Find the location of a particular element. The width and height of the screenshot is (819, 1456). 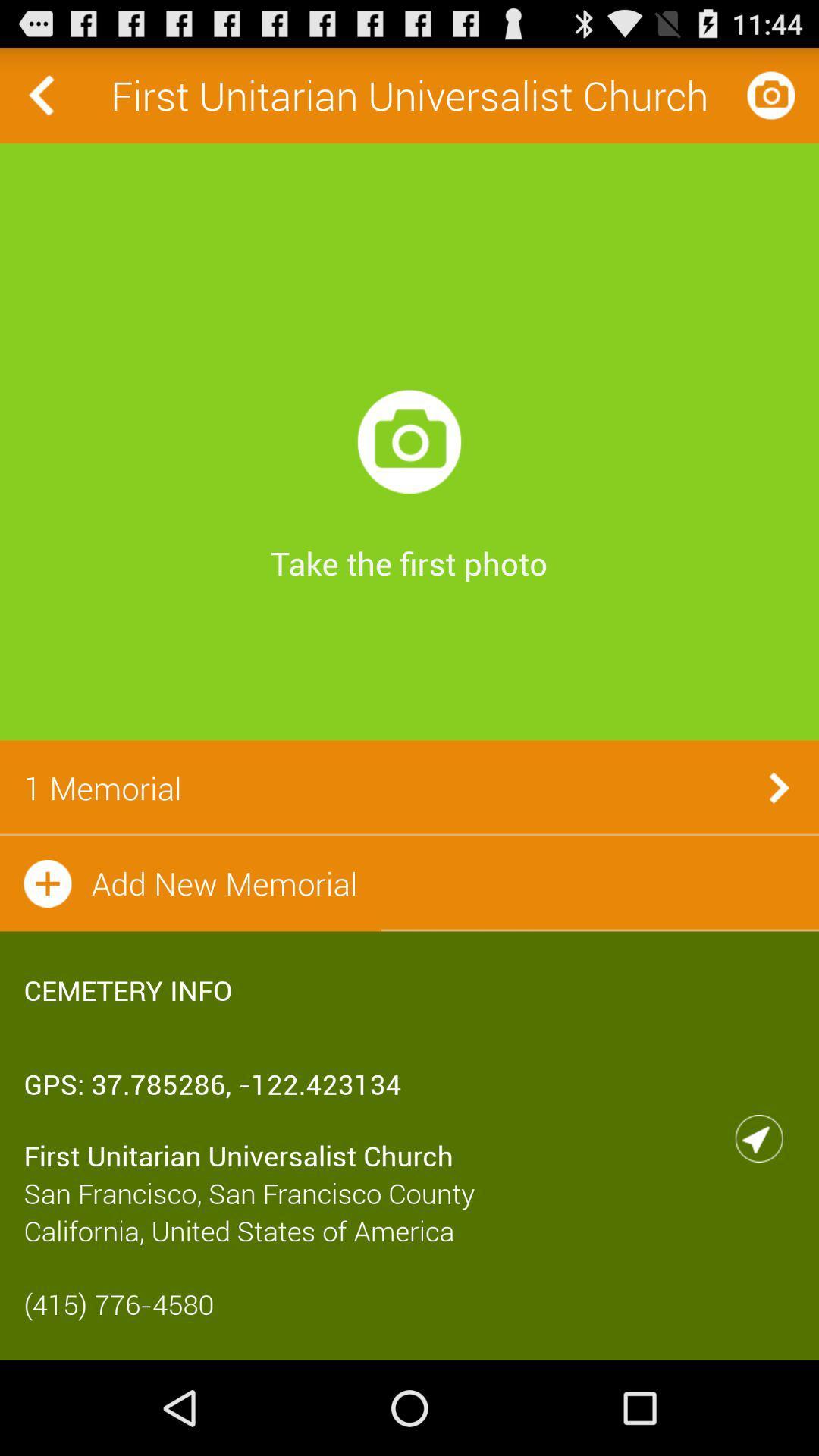

(415) 776-4580 is located at coordinates (409, 1303).